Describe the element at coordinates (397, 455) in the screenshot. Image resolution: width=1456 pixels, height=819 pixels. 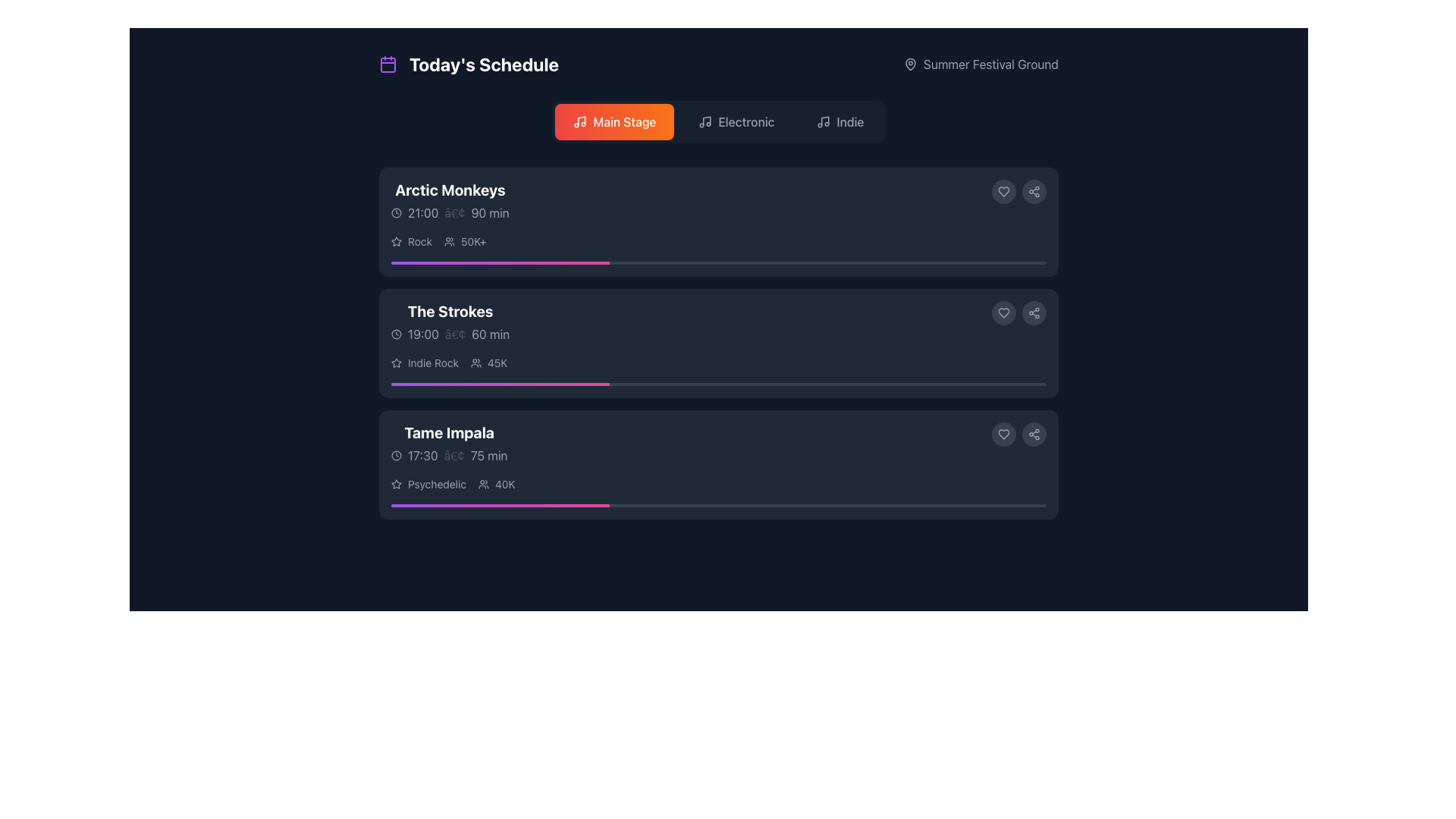
I see `the clock icon with a circular outline and clock hands, which is the first item in the horizontal layout containing the text '17:30 • 75 min' for the schedule entry of 'Tame Impala'` at that location.